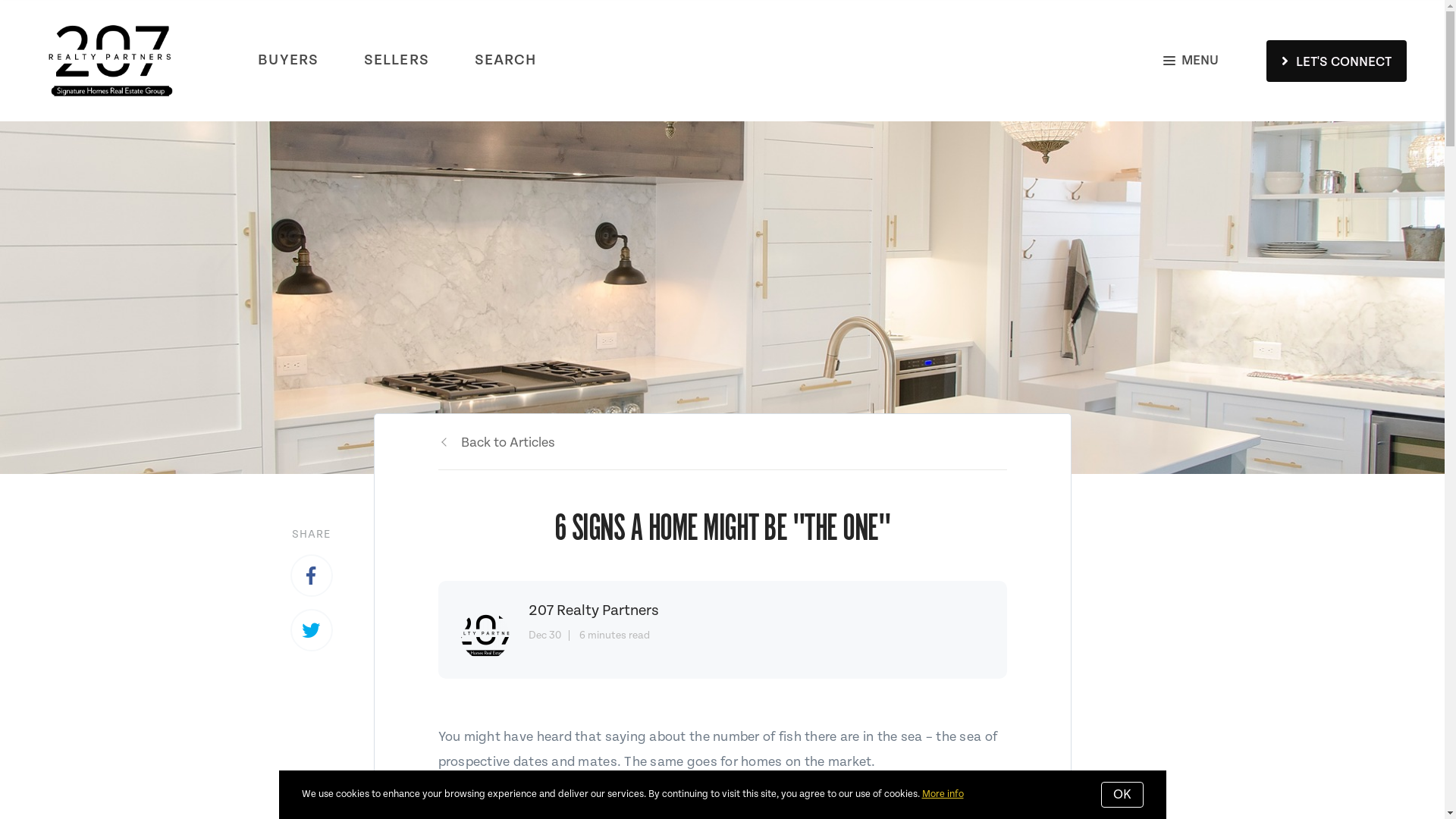 This screenshot has height=819, width=1456. I want to click on 'Back to Articles', so click(496, 442).